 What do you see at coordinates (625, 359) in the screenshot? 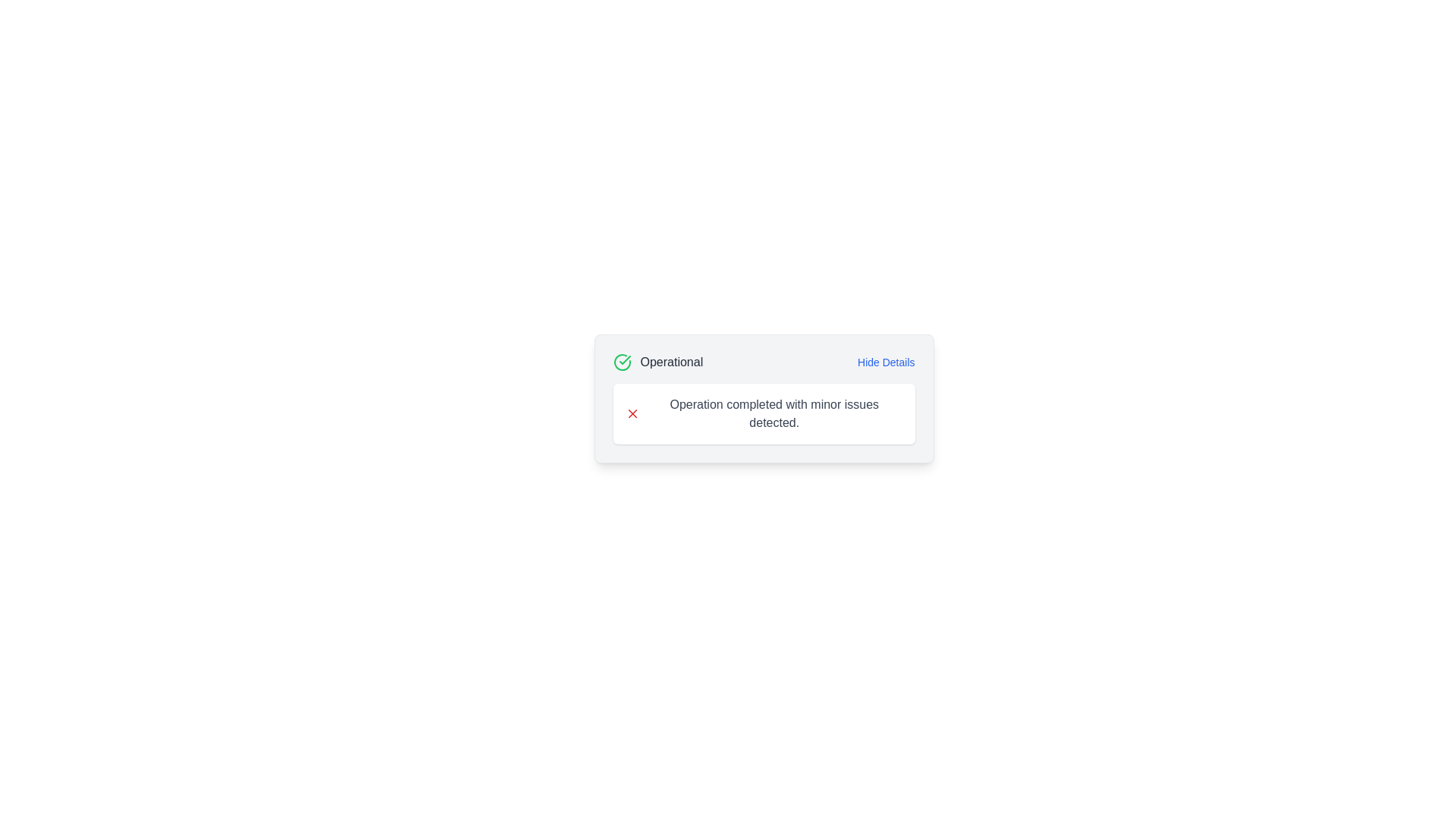
I see `the small green checkmark symbol located within a circular icon in the middle of the small status panel` at bounding box center [625, 359].